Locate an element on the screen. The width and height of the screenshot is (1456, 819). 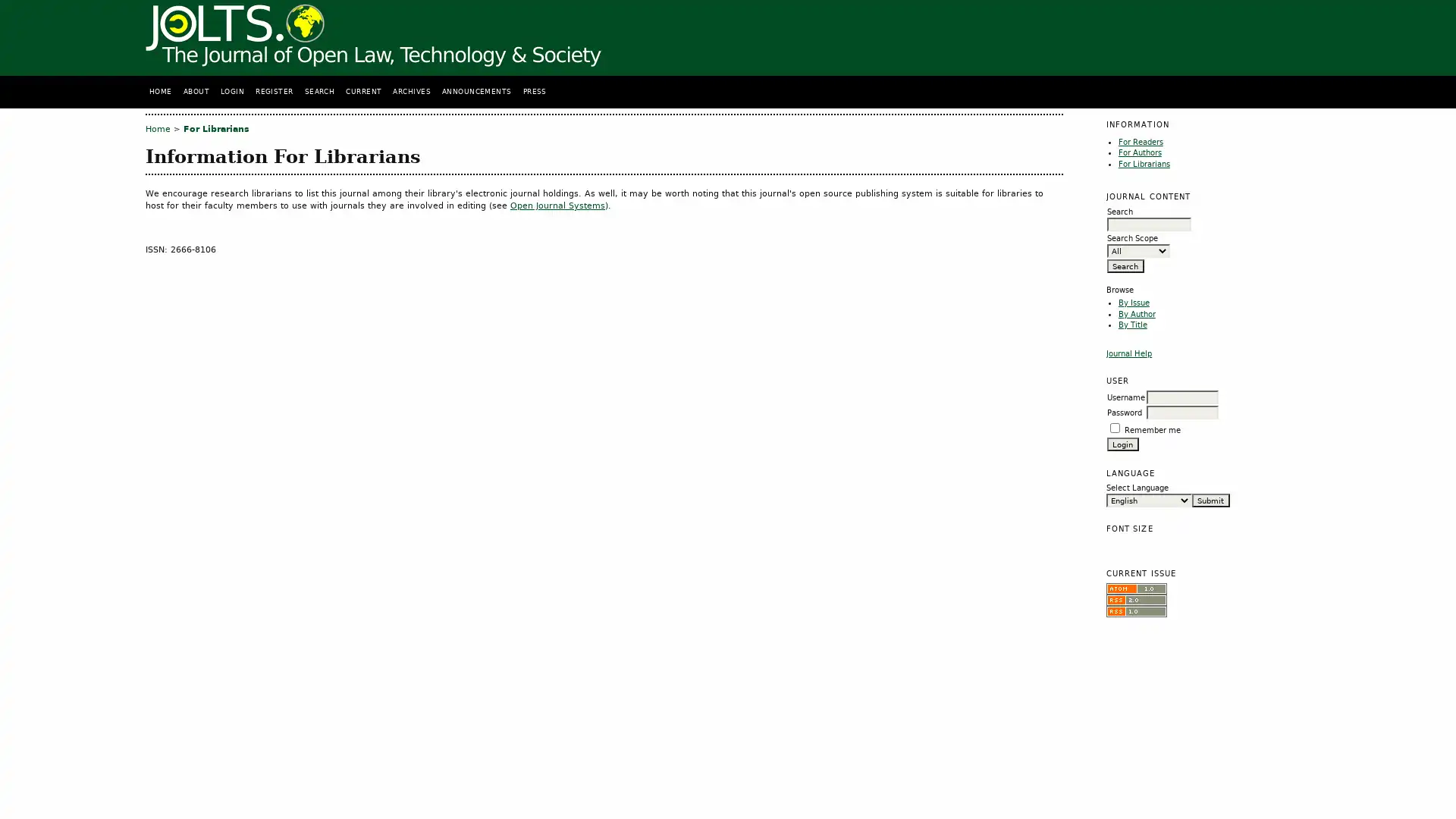
Login is located at coordinates (1122, 444).